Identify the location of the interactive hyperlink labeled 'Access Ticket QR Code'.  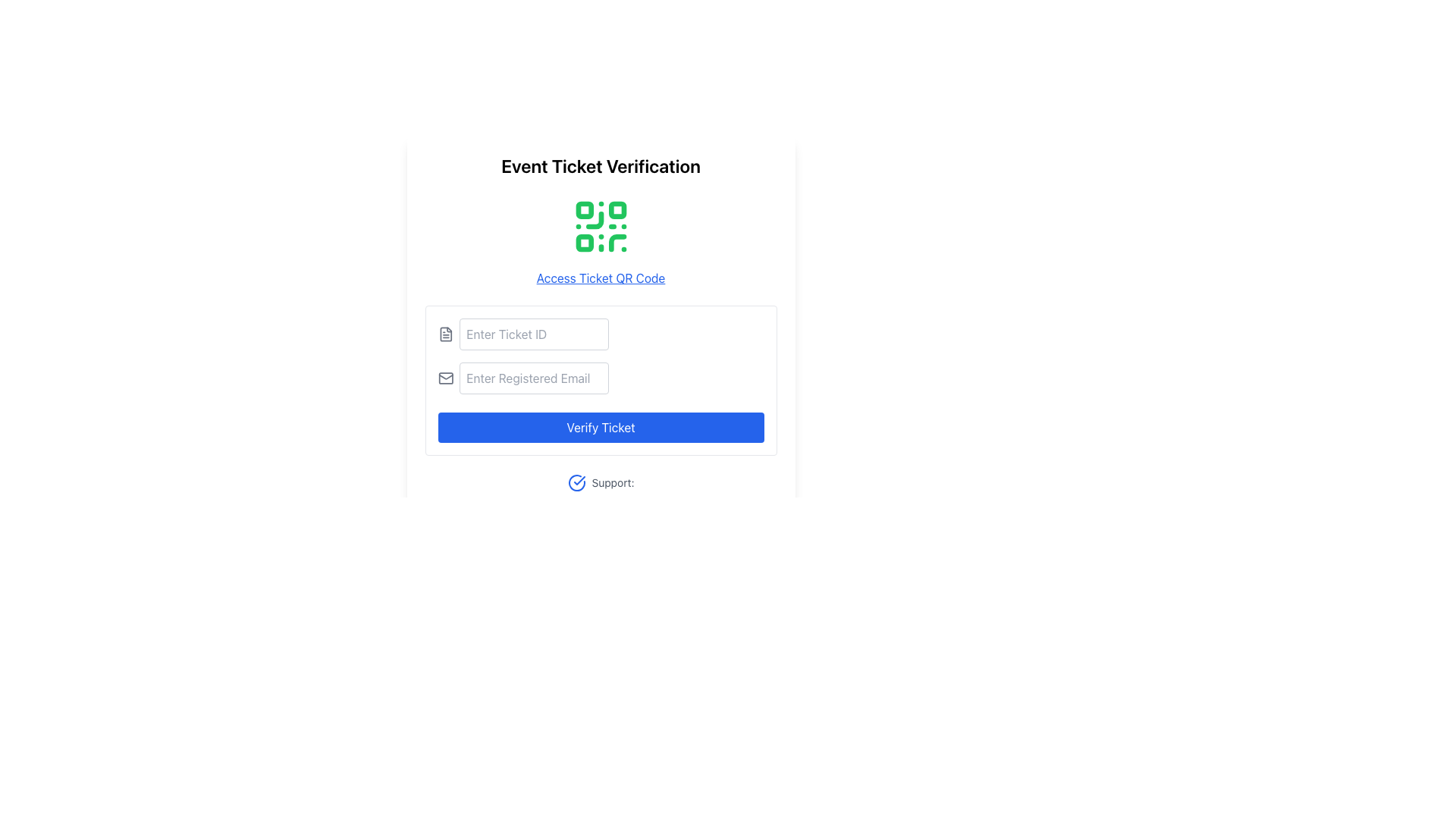
(600, 278).